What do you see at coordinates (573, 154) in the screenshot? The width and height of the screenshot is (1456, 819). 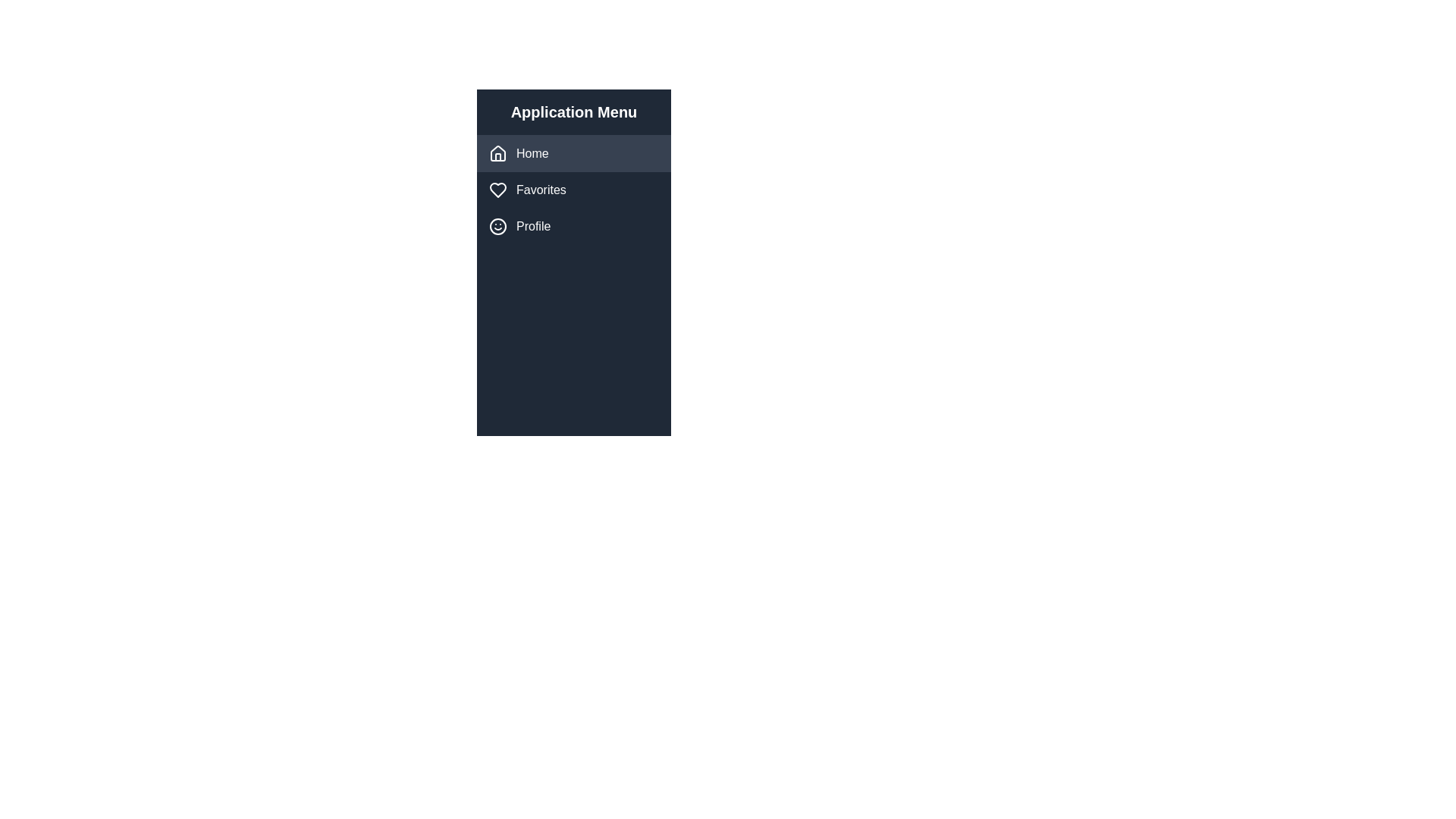 I see `the 'Home' button in the vertical navigation menu` at bounding box center [573, 154].